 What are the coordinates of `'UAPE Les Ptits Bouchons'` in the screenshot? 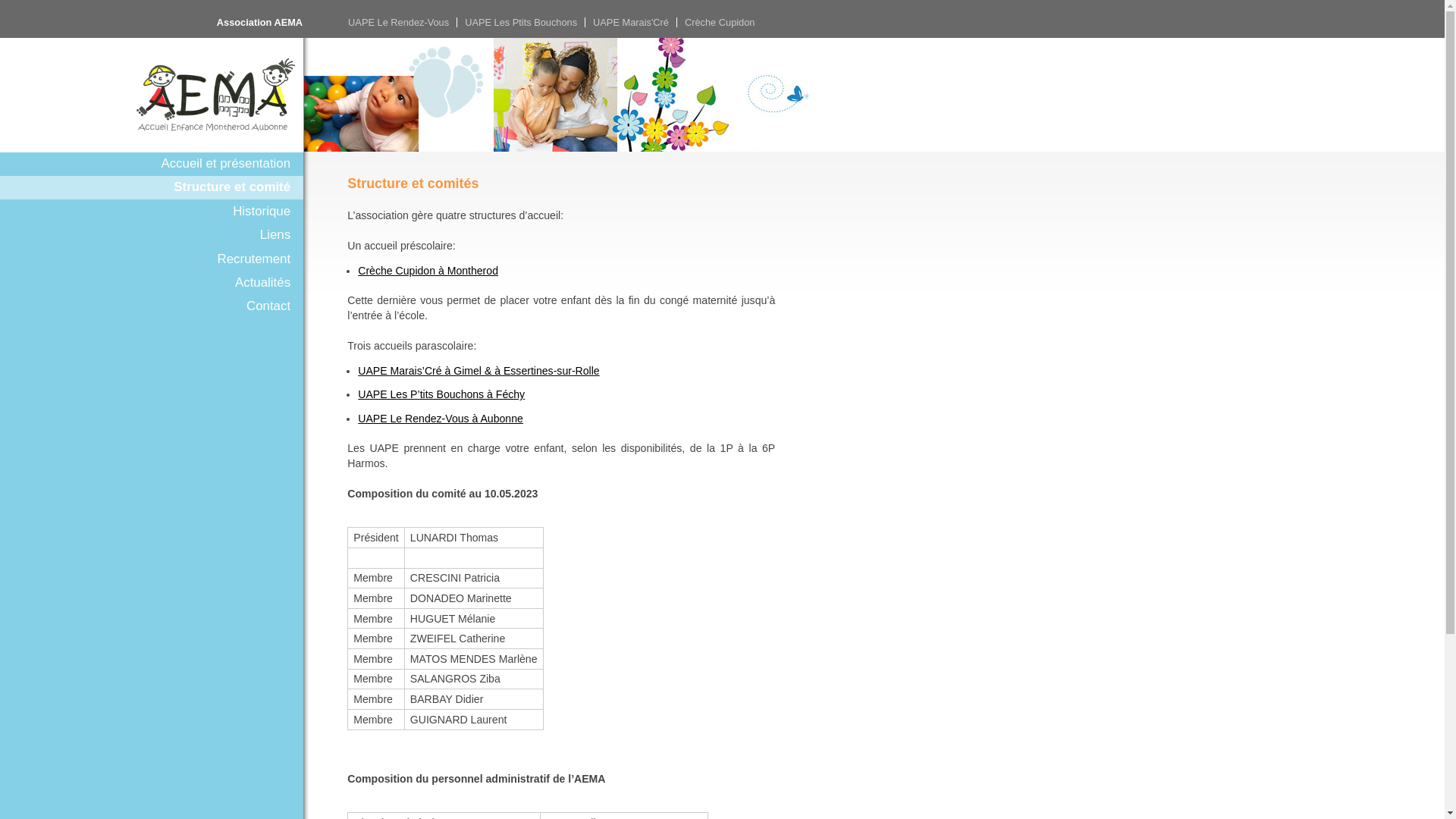 It's located at (464, 22).